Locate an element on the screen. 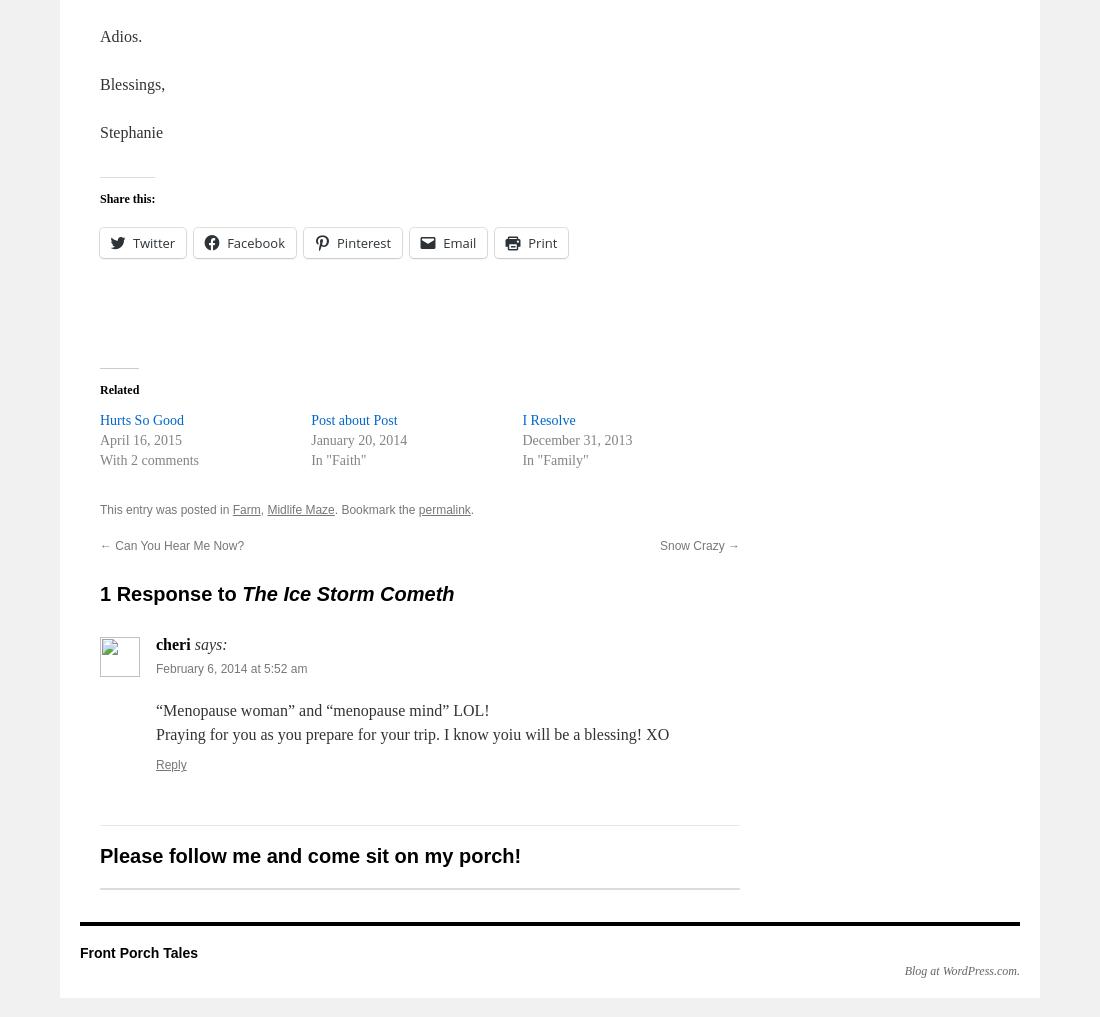  'Share this:' is located at coordinates (127, 199).